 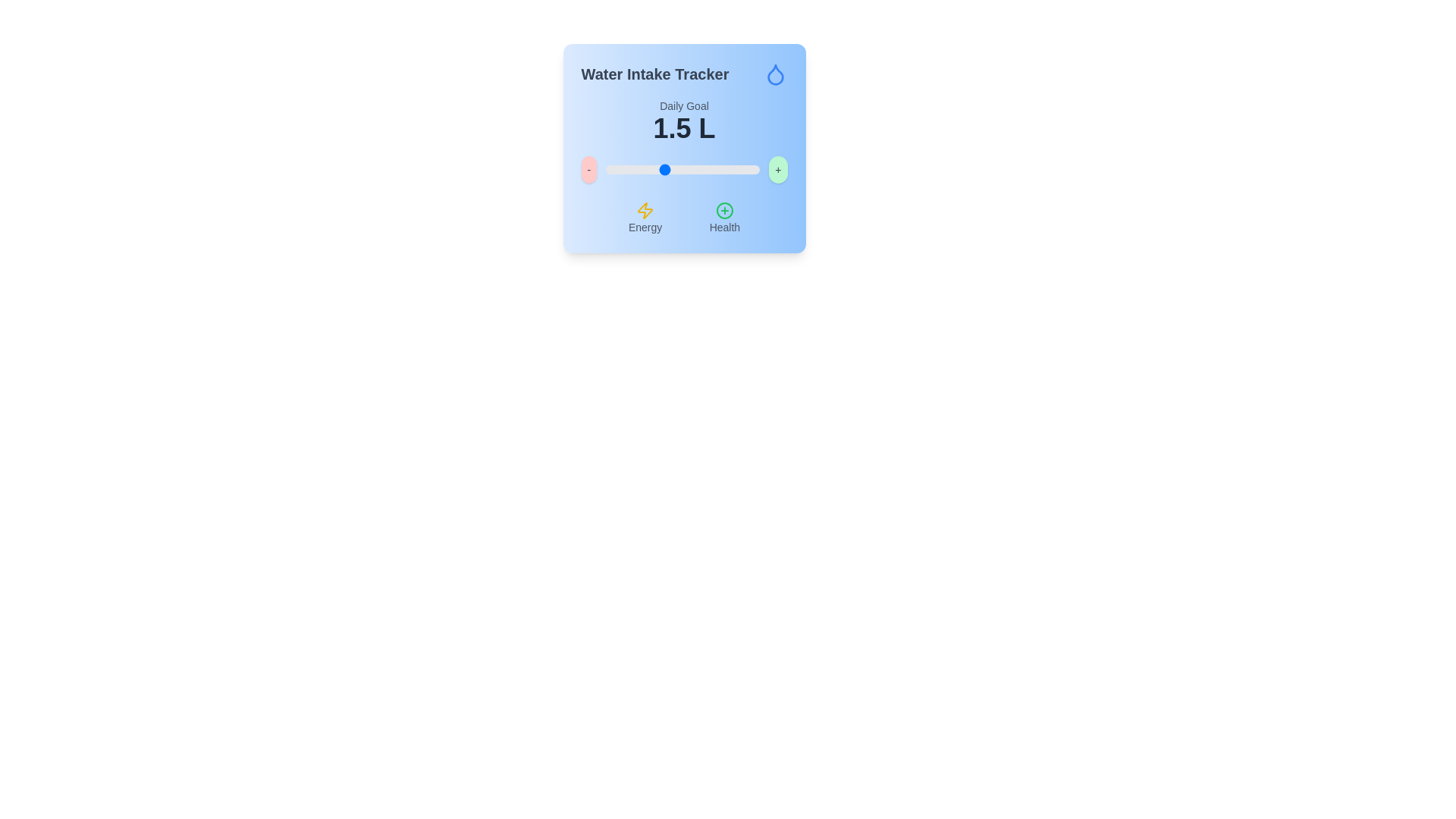 I want to click on the minus button with a red background and gray text to decrease the slider value, so click(x=588, y=169).